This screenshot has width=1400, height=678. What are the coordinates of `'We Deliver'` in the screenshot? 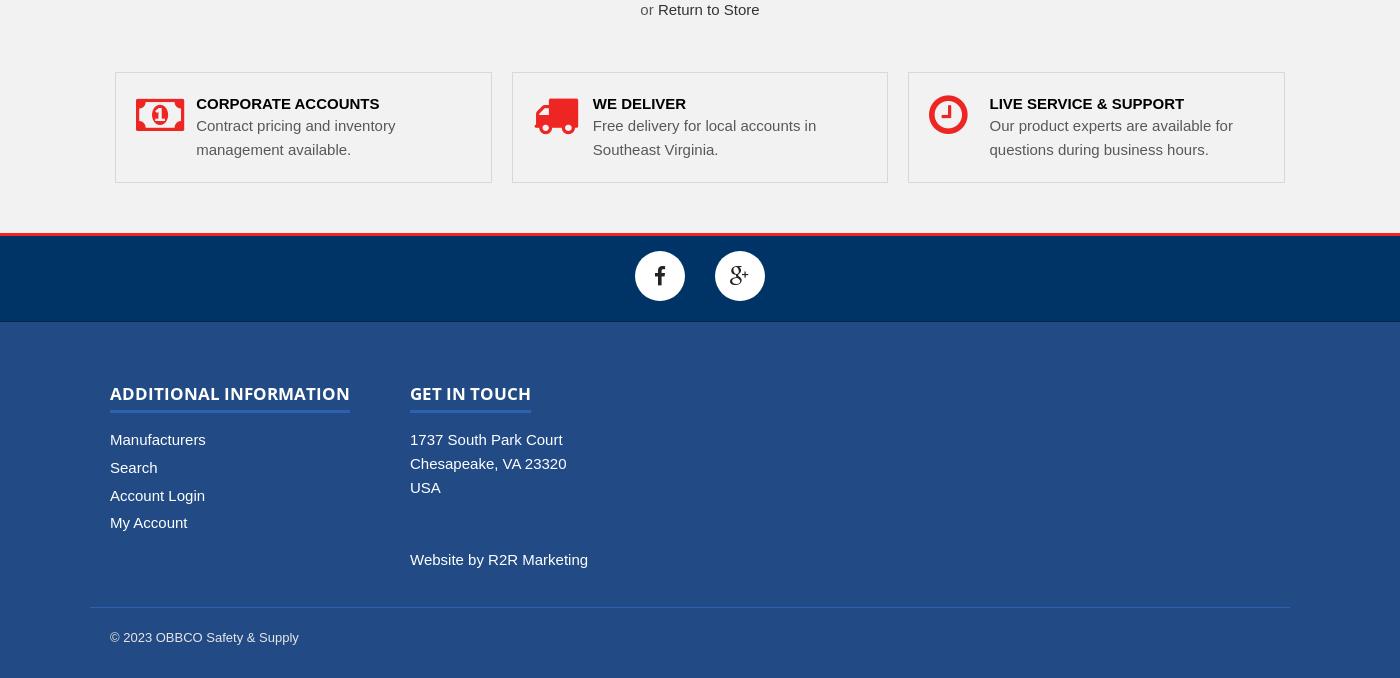 It's located at (592, 102).